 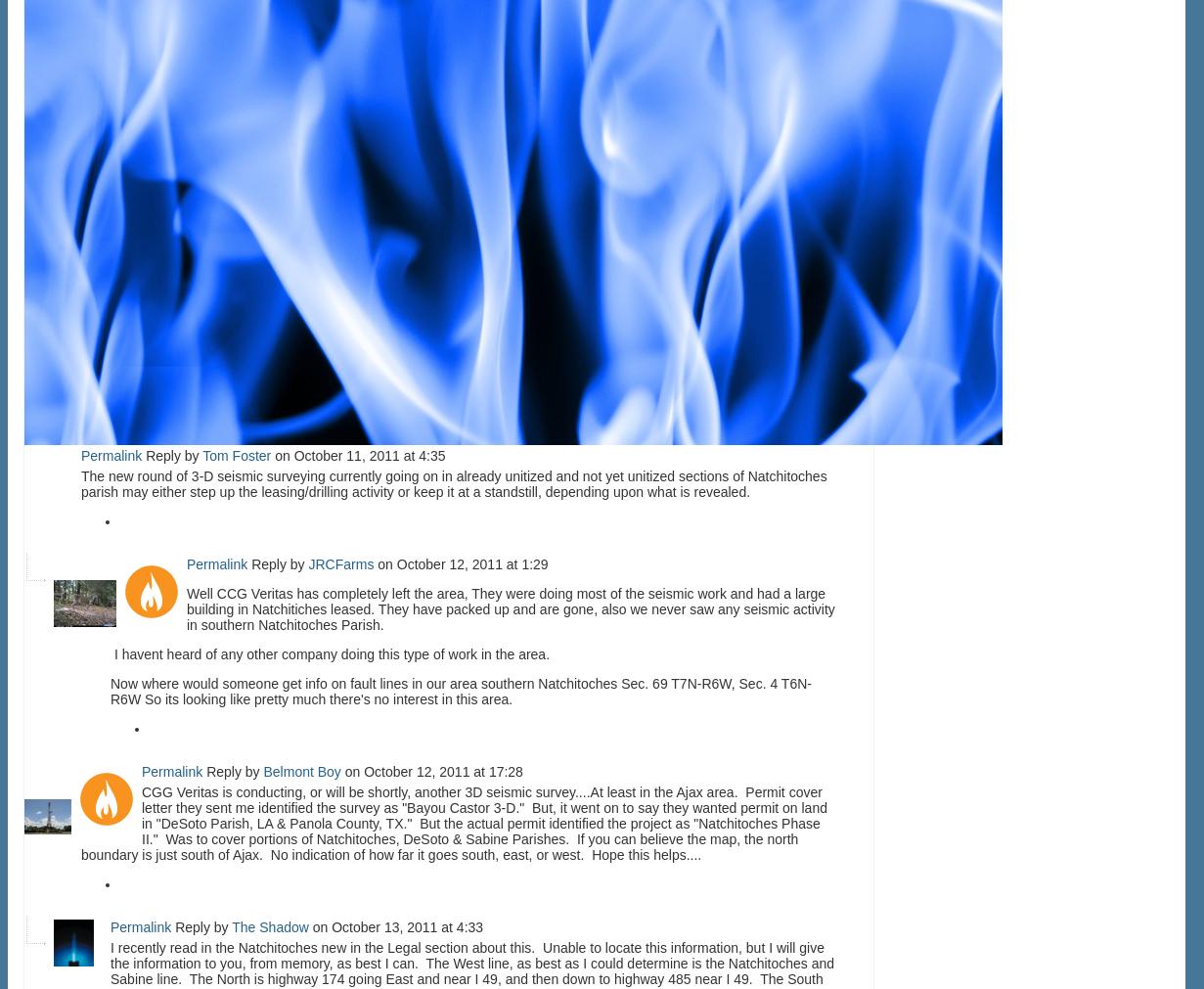 What do you see at coordinates (364, 770) in the screenshot?
I see `'October 12, 2011 at 17:28'` at bounding box center [364, 770].